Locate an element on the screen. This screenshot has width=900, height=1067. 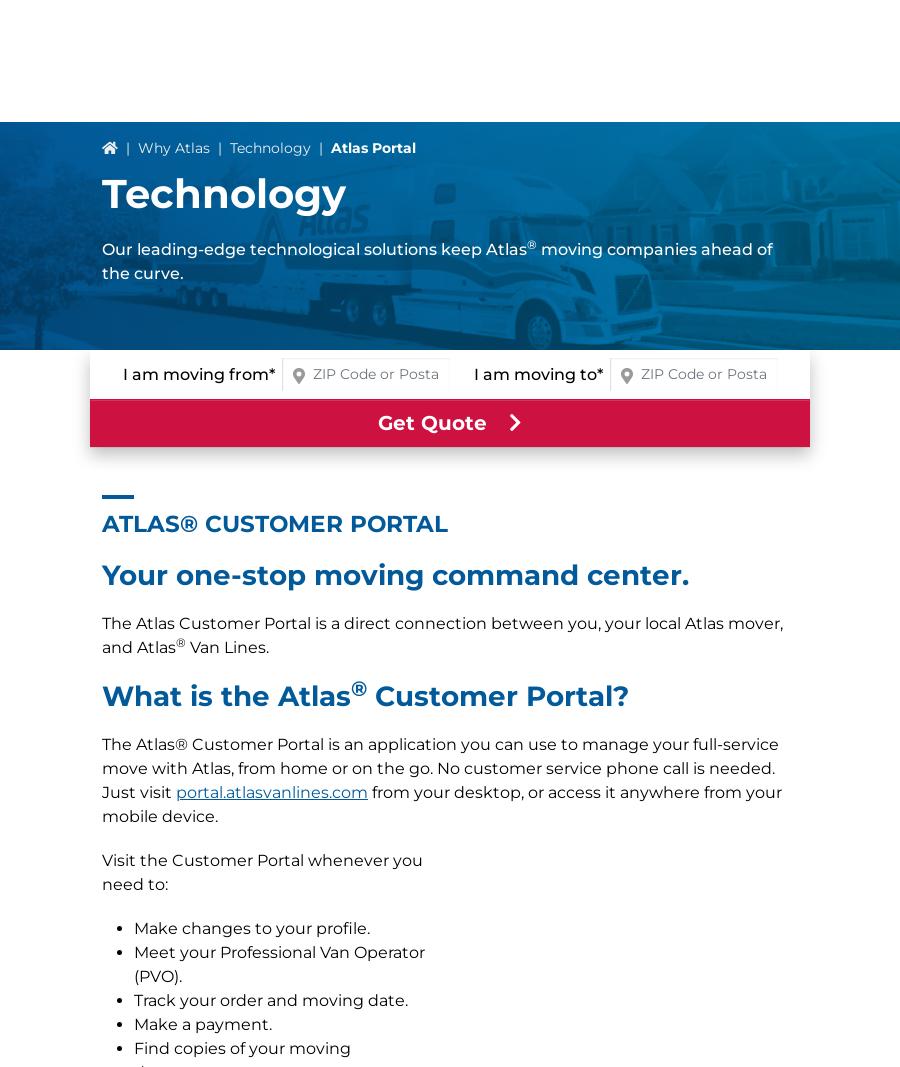
'Residential Moves' is located at coordinates (100, 688).